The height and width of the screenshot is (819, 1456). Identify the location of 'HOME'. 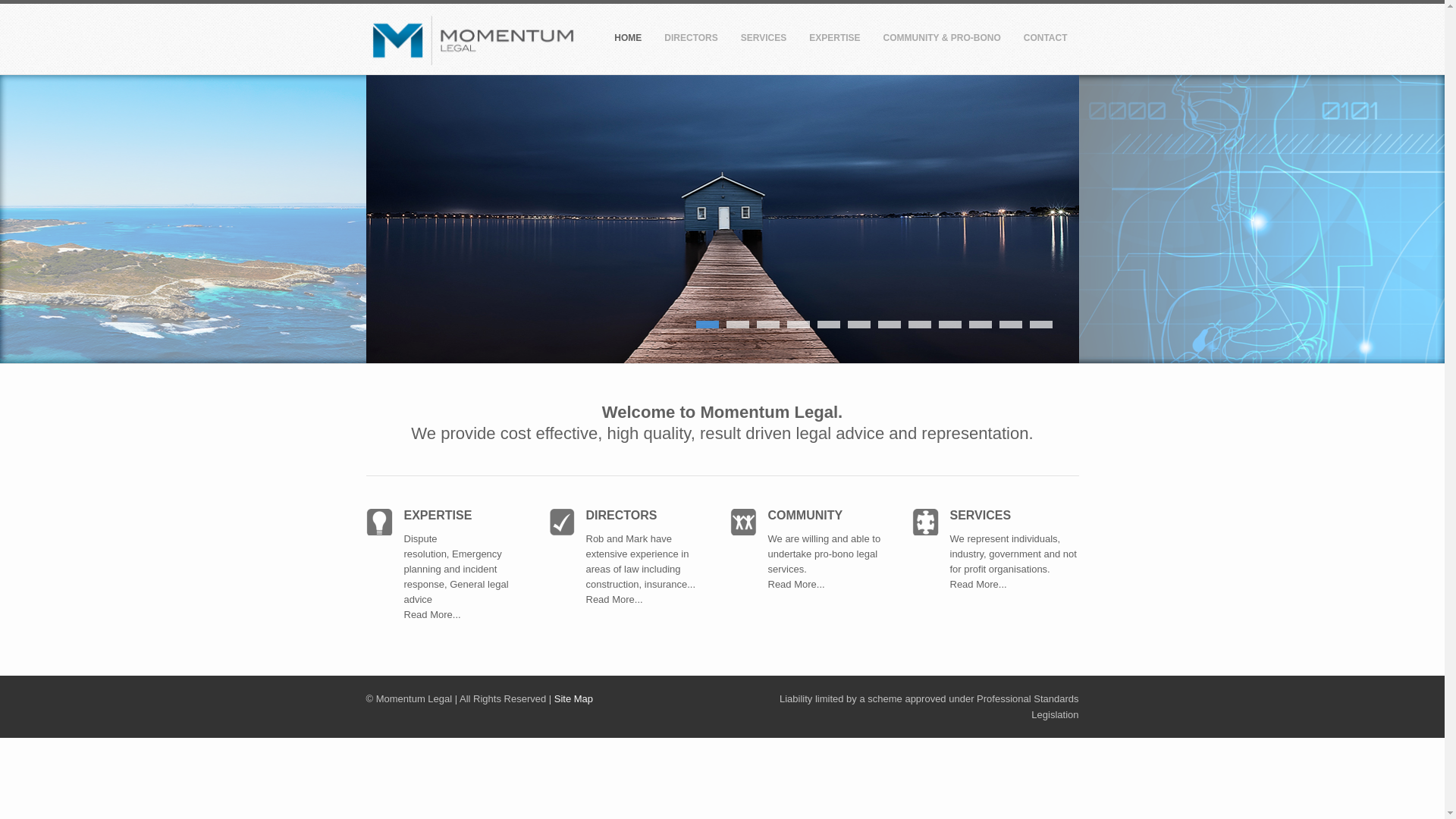
(628, 40).